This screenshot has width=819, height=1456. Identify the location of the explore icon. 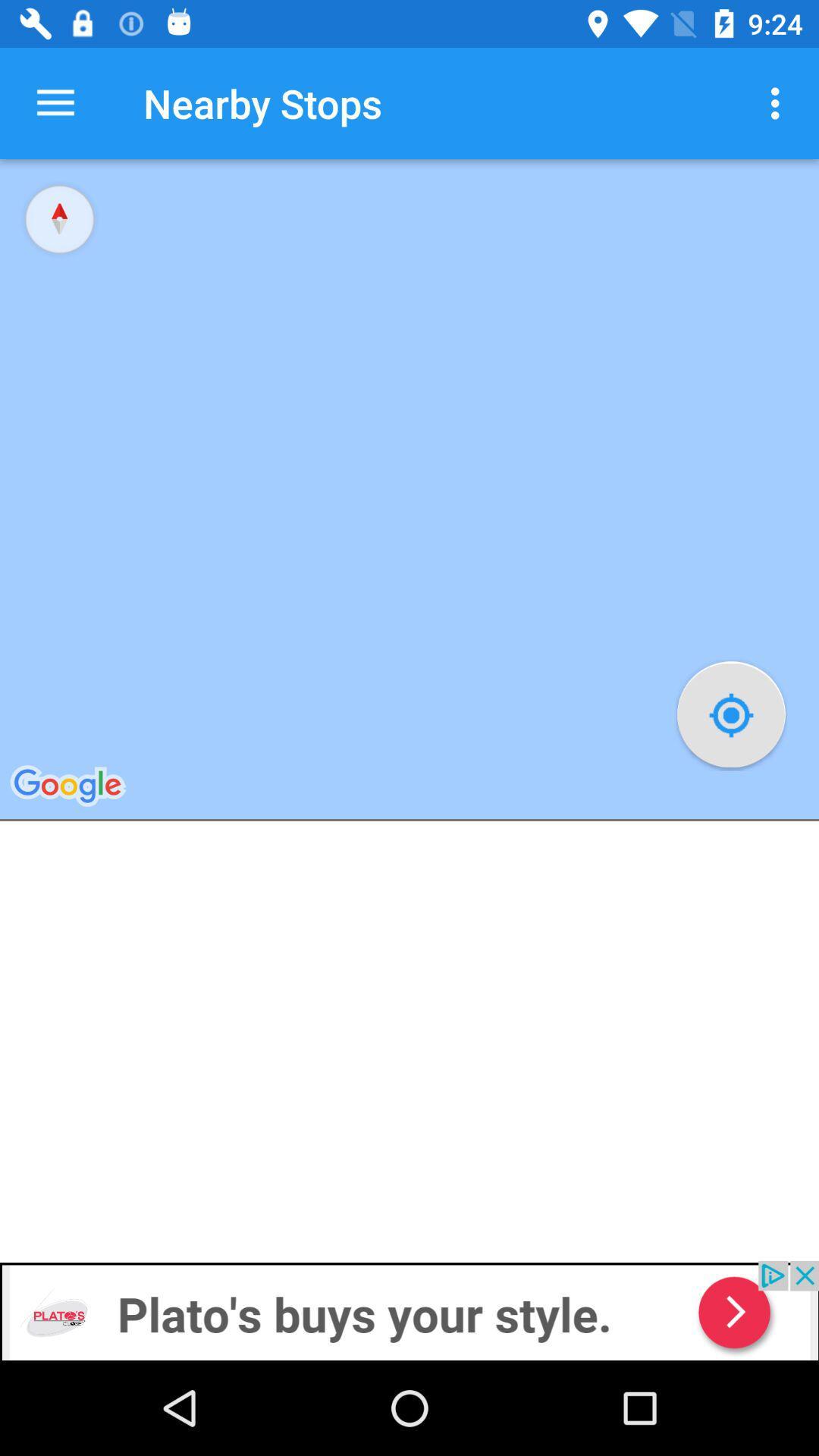
(58, 218).